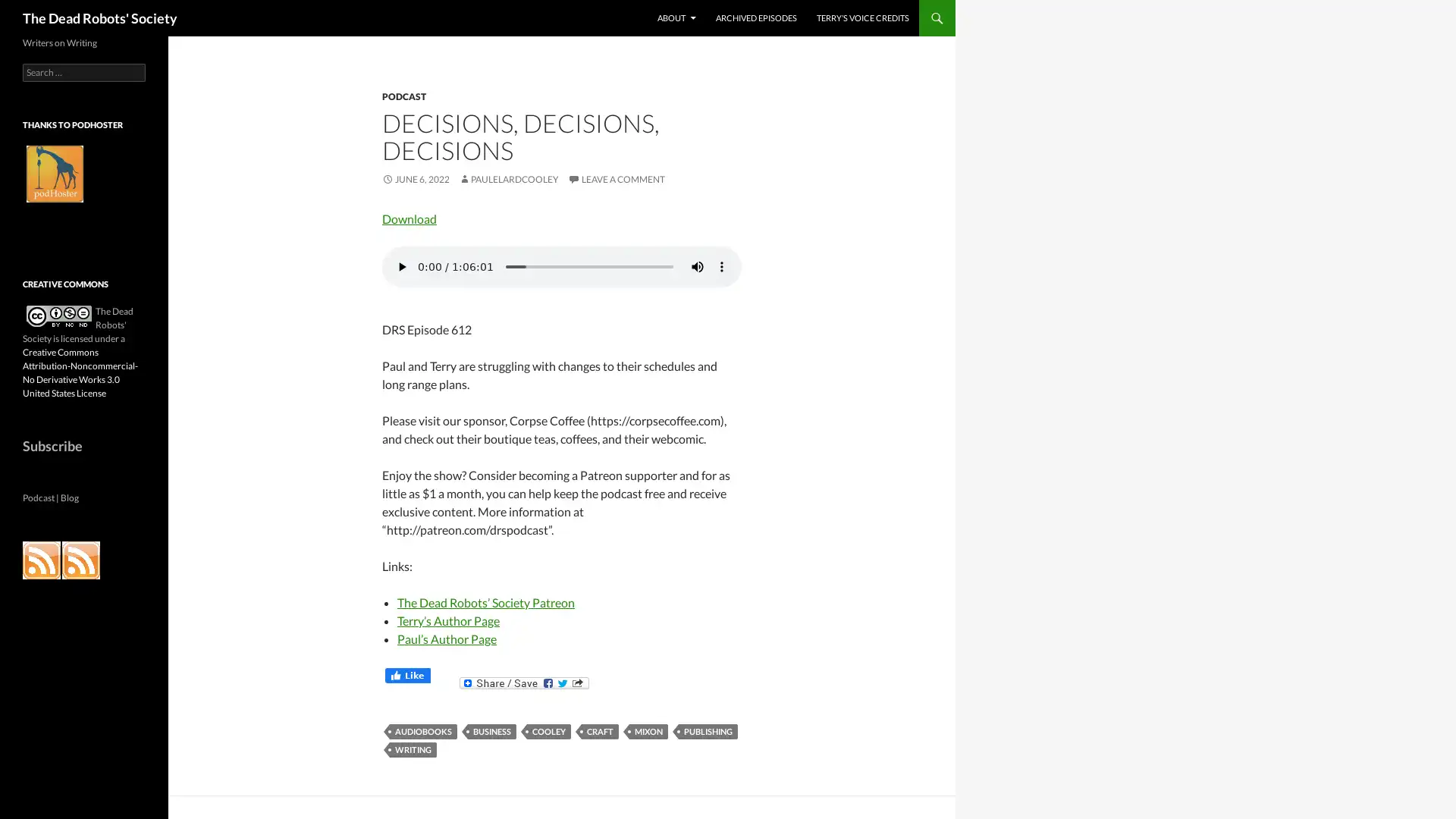  I want to click on play, so click(401, 265).